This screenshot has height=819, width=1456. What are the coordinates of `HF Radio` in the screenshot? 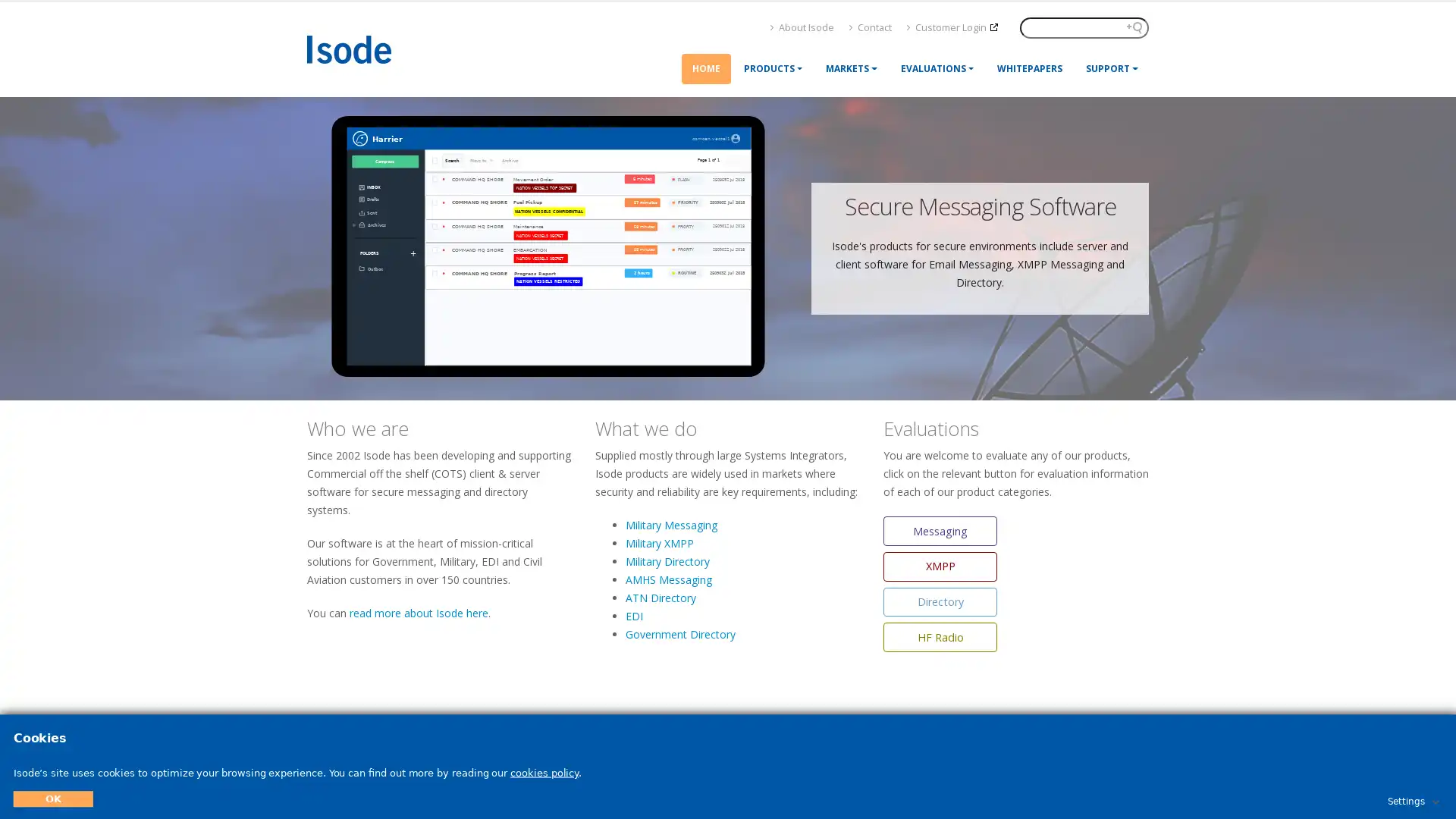 It's located at (939, 637).